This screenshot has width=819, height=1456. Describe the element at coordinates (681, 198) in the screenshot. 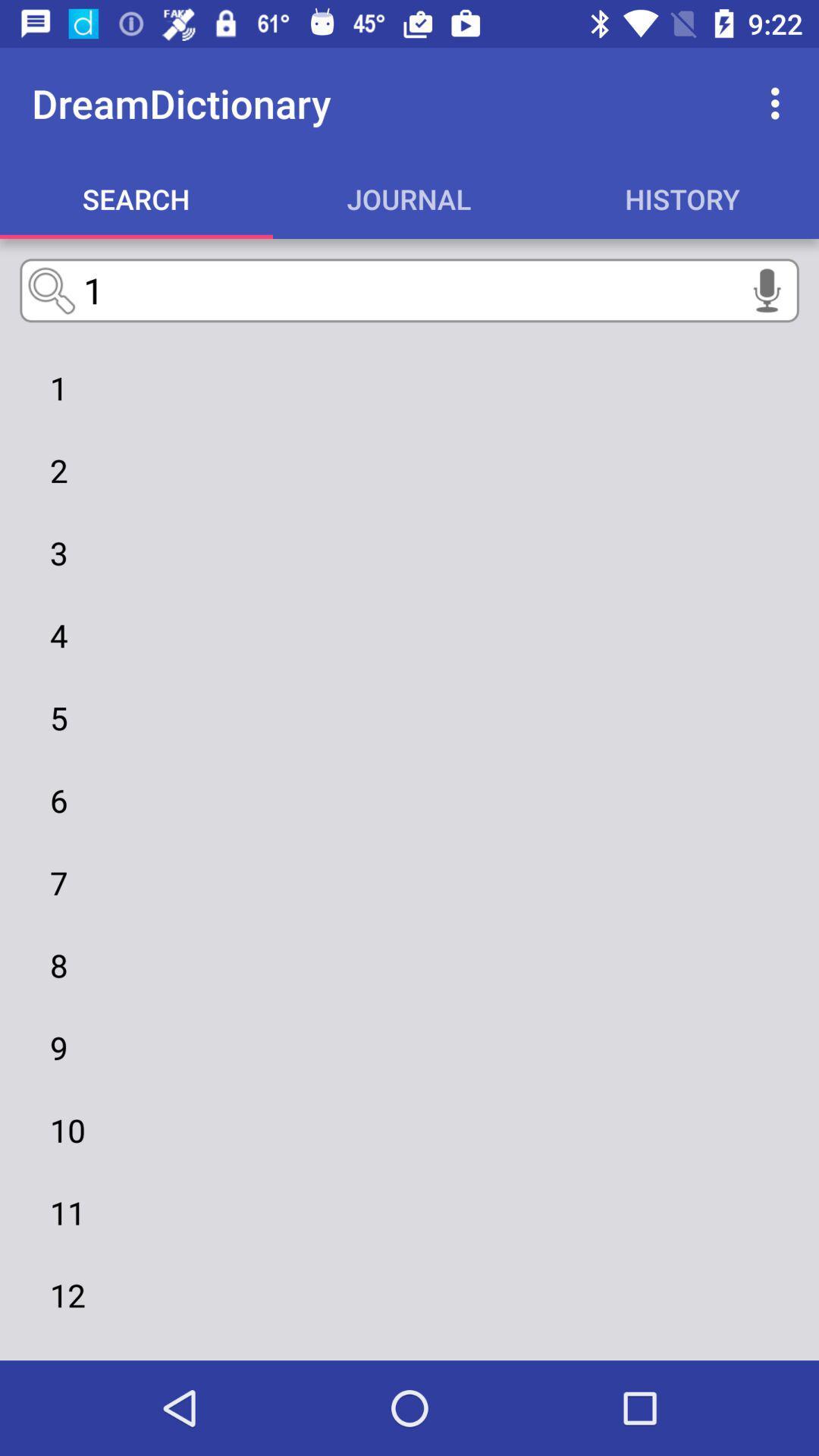

I see `the text right to the journal` at that location.